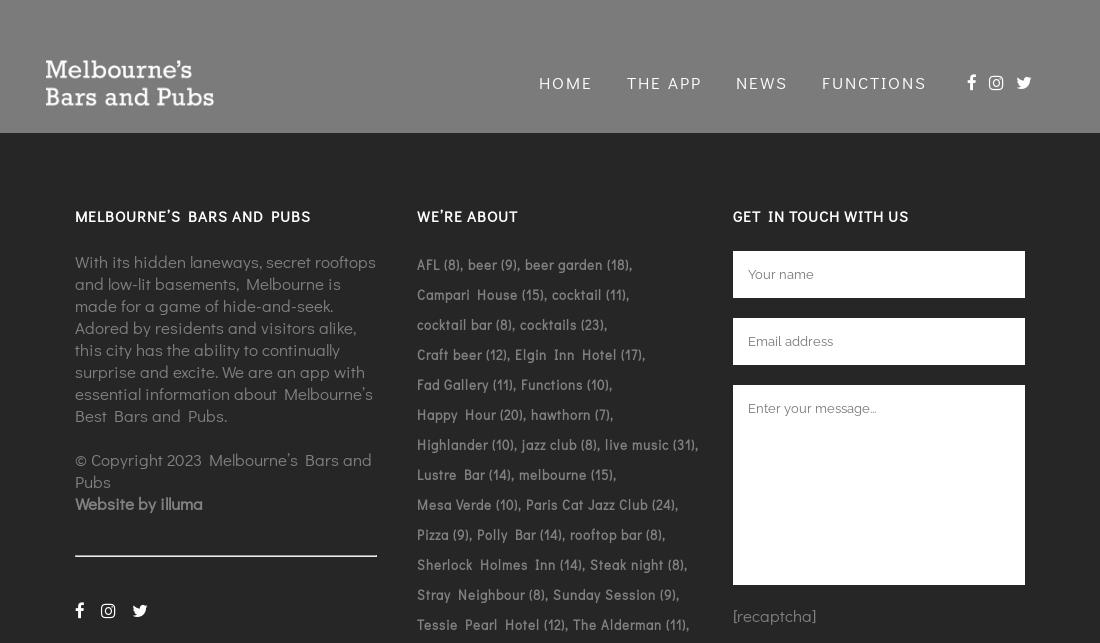 Image resolution: width=1100 pixels, height=643 pixels. What do you see at coordinates (636, 442) in the screenshot?
I see `'live music'` at bounding box center [636, 442].